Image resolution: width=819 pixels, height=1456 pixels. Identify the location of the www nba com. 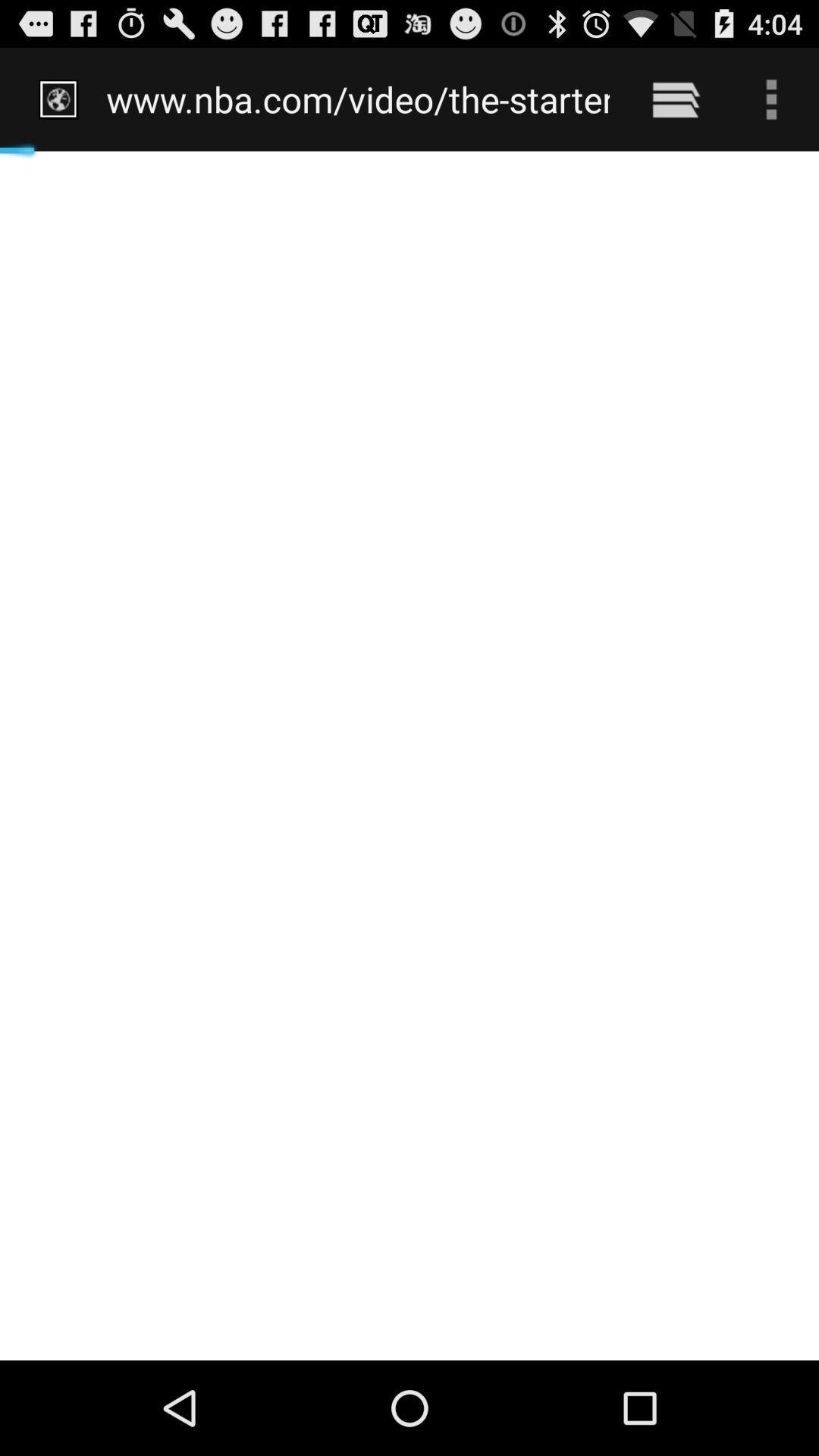
(358, 99).